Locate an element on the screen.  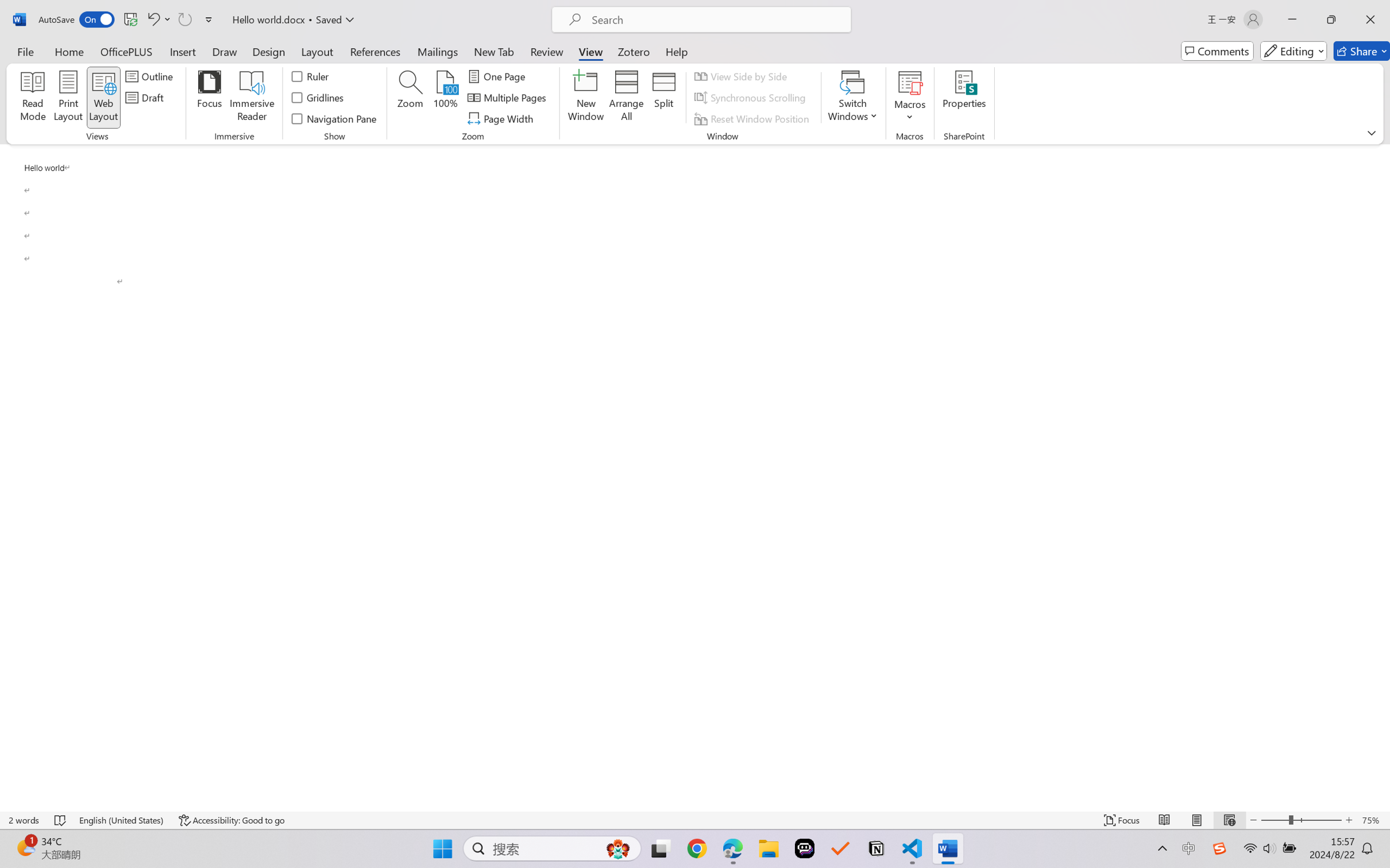
'Customize Quick Access Toolbar' is located at coordinates (208, 19).